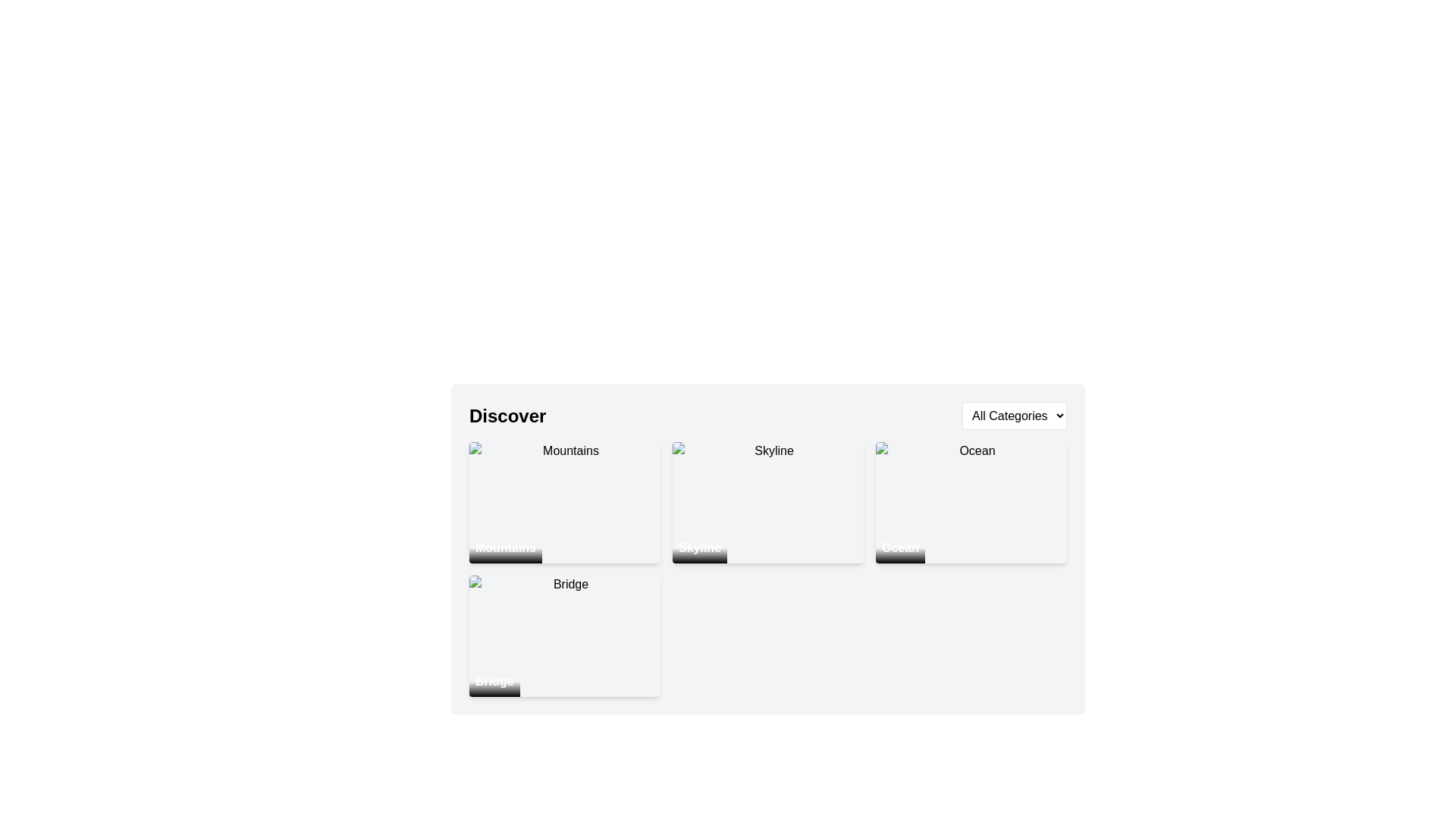 Image resolution: width=1456 pixels, height=819 pixels. What do you see at coordinates (506, 548) in the screenshot?
I see `text label that indicates the associated image relates to 'Mountains', located at the bottom-center of the leftmost card under the heading 'Discover'` at bounding box center [506, 548].